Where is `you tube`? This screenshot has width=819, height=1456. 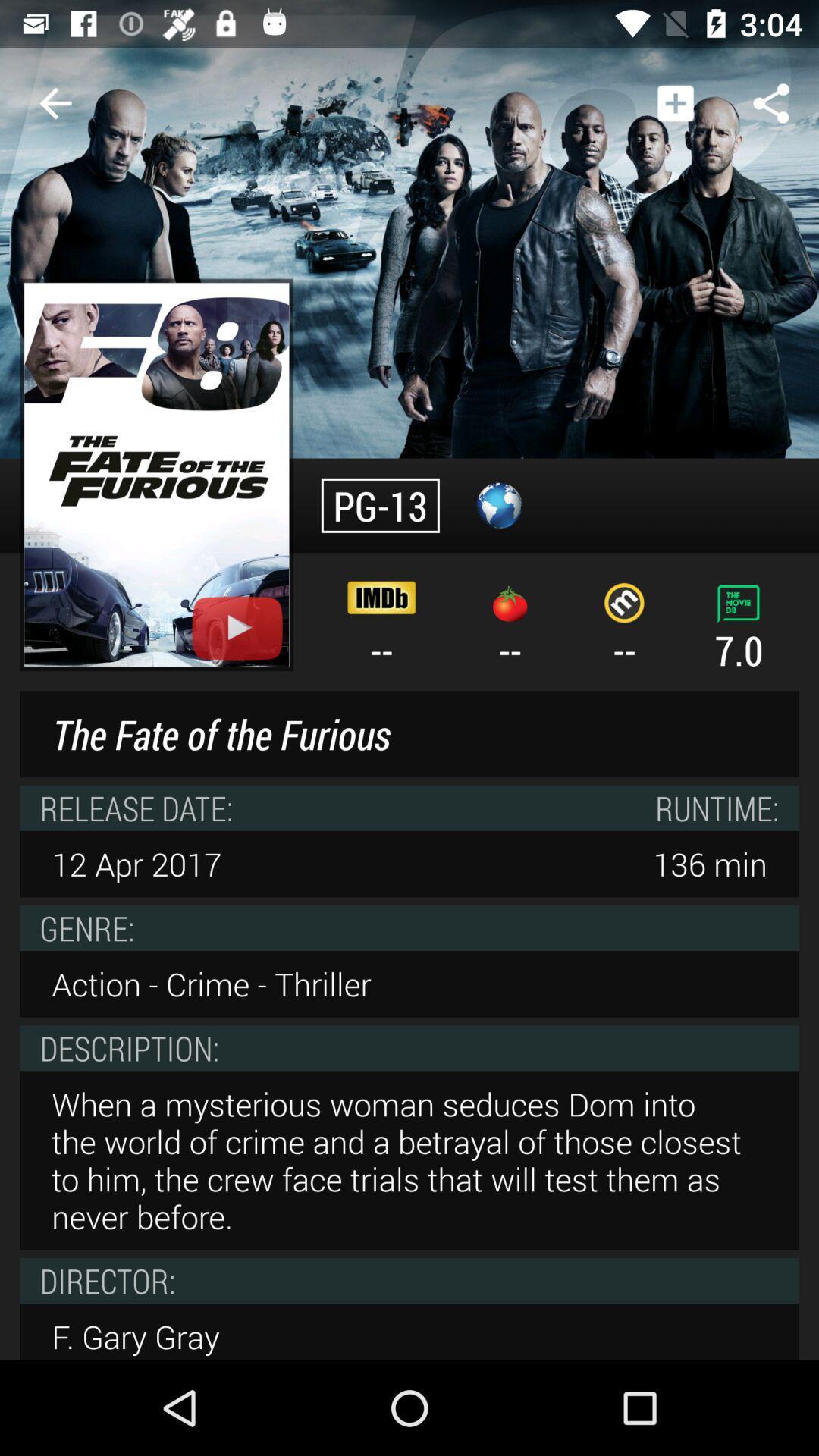
you tube is located at coordinates (237, 628).